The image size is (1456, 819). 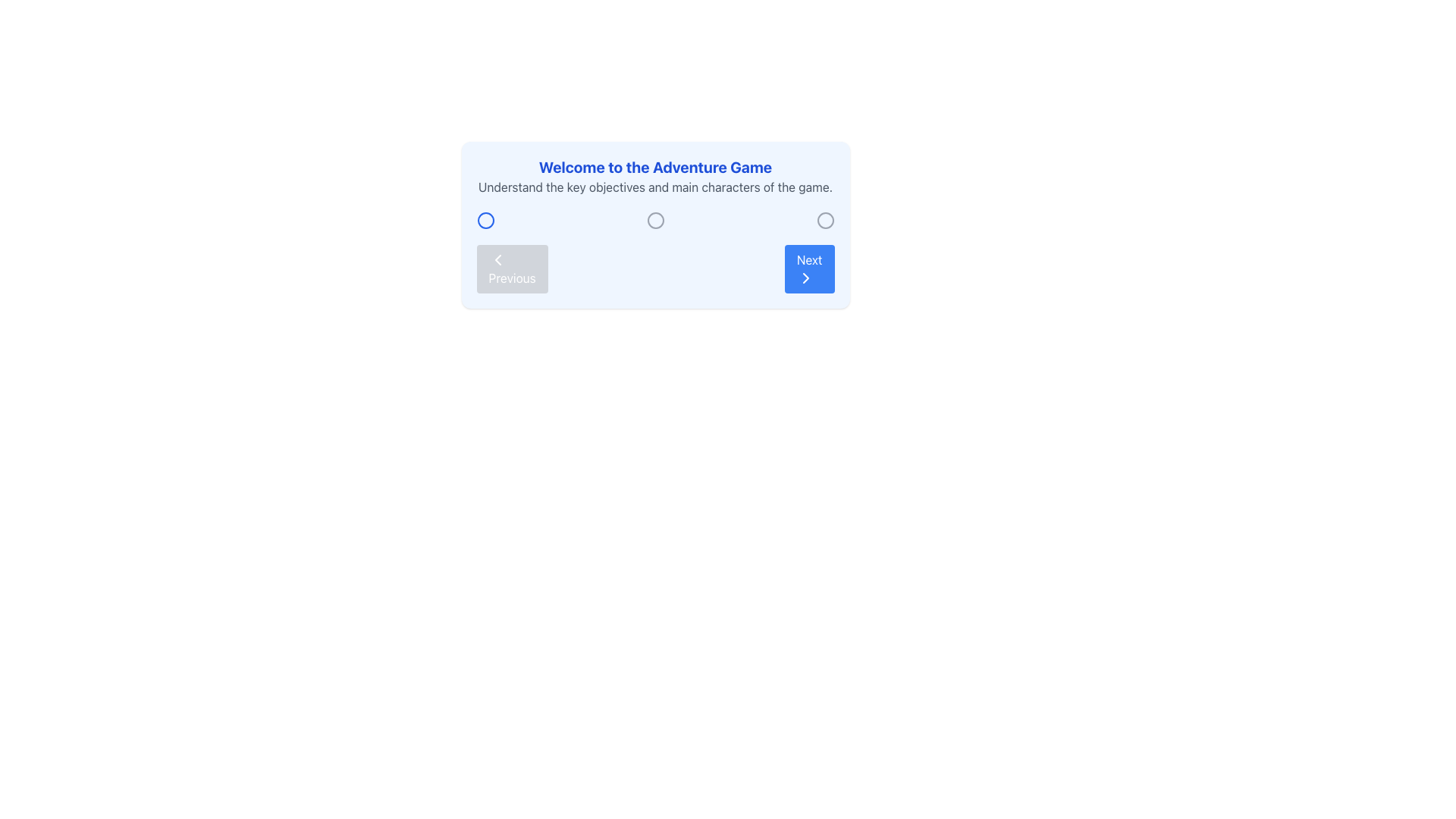 I want to click on the chevron icon within the blue 'Next' button, which indicates the 'Next' action for navigation in the sequence, so click(x=805, y=278).